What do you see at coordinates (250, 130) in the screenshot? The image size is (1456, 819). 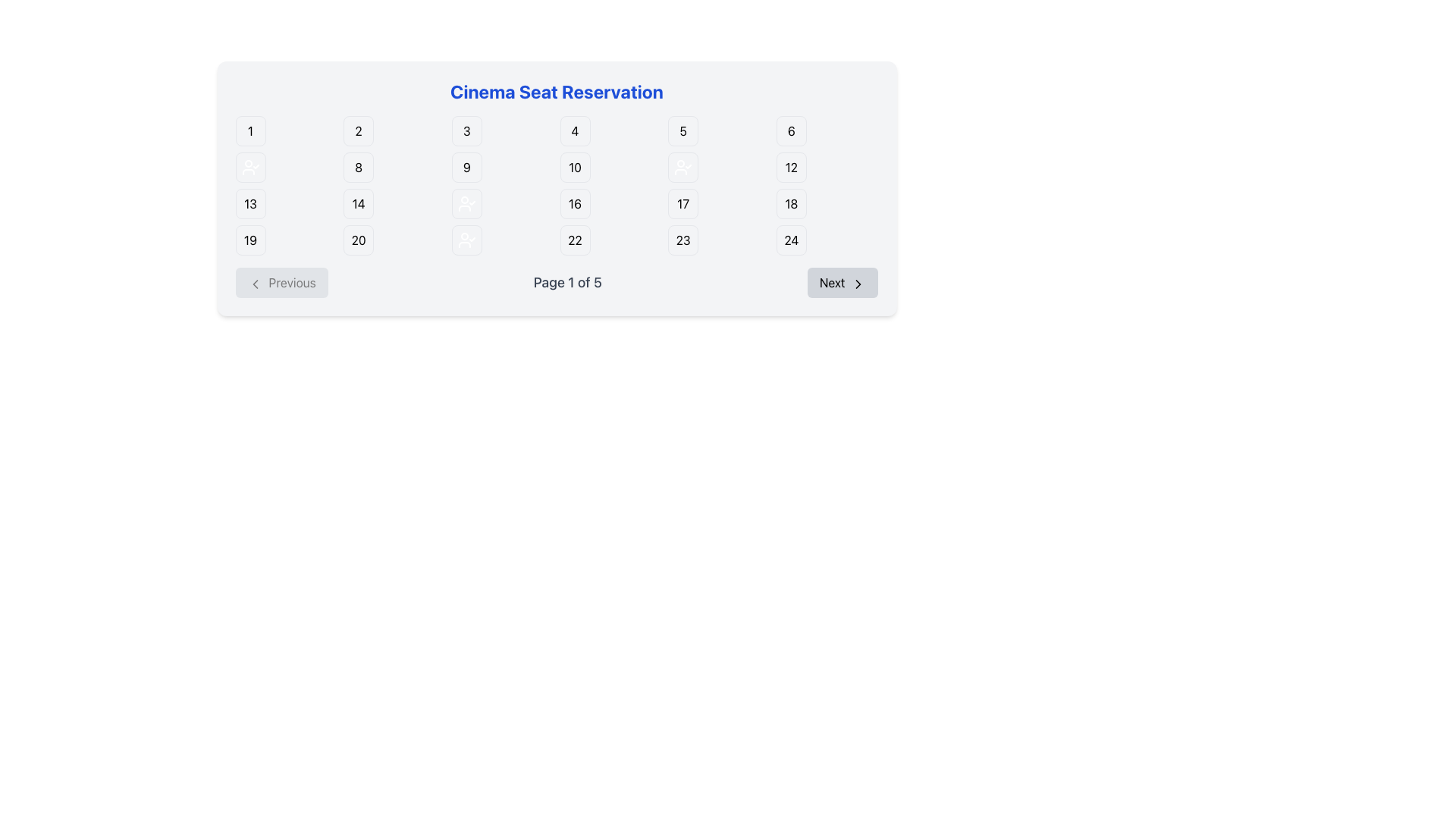 I see `the small square button with a green background and a black number '1' displayed in the center` at bounding box center [250, 130].